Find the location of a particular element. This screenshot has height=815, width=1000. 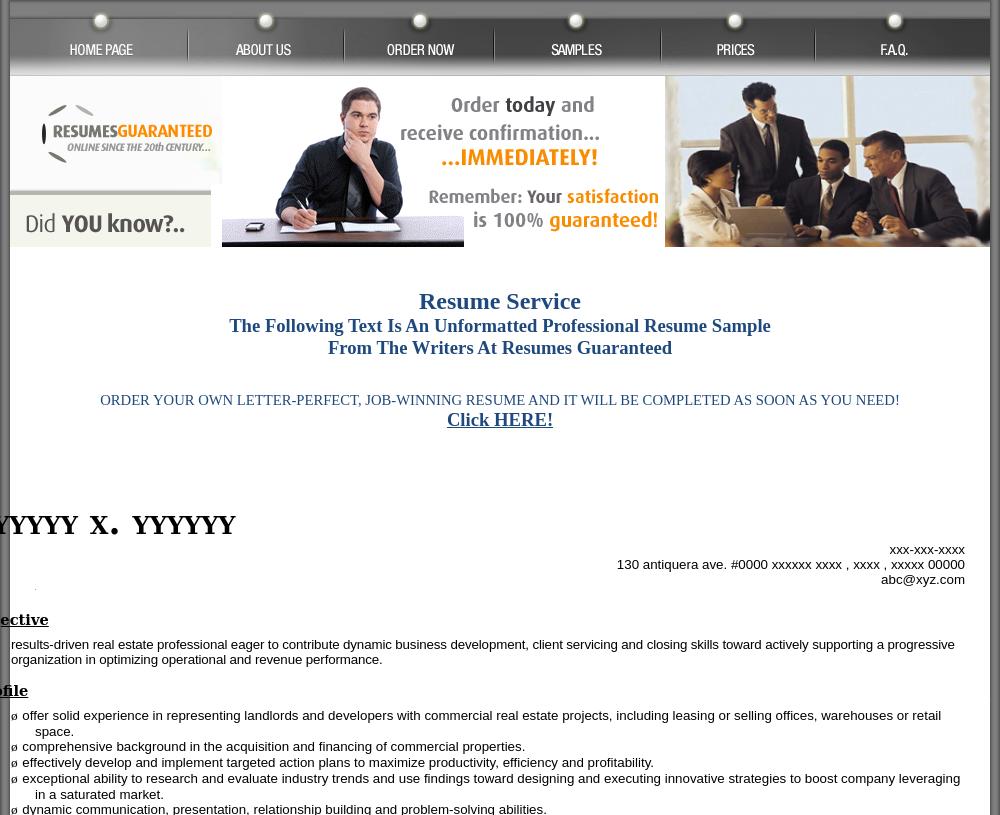

'effectively
develop and implement targeted action plans to maximize productivity,
efficiency and profitability.' is located at coordinates (337, 761).